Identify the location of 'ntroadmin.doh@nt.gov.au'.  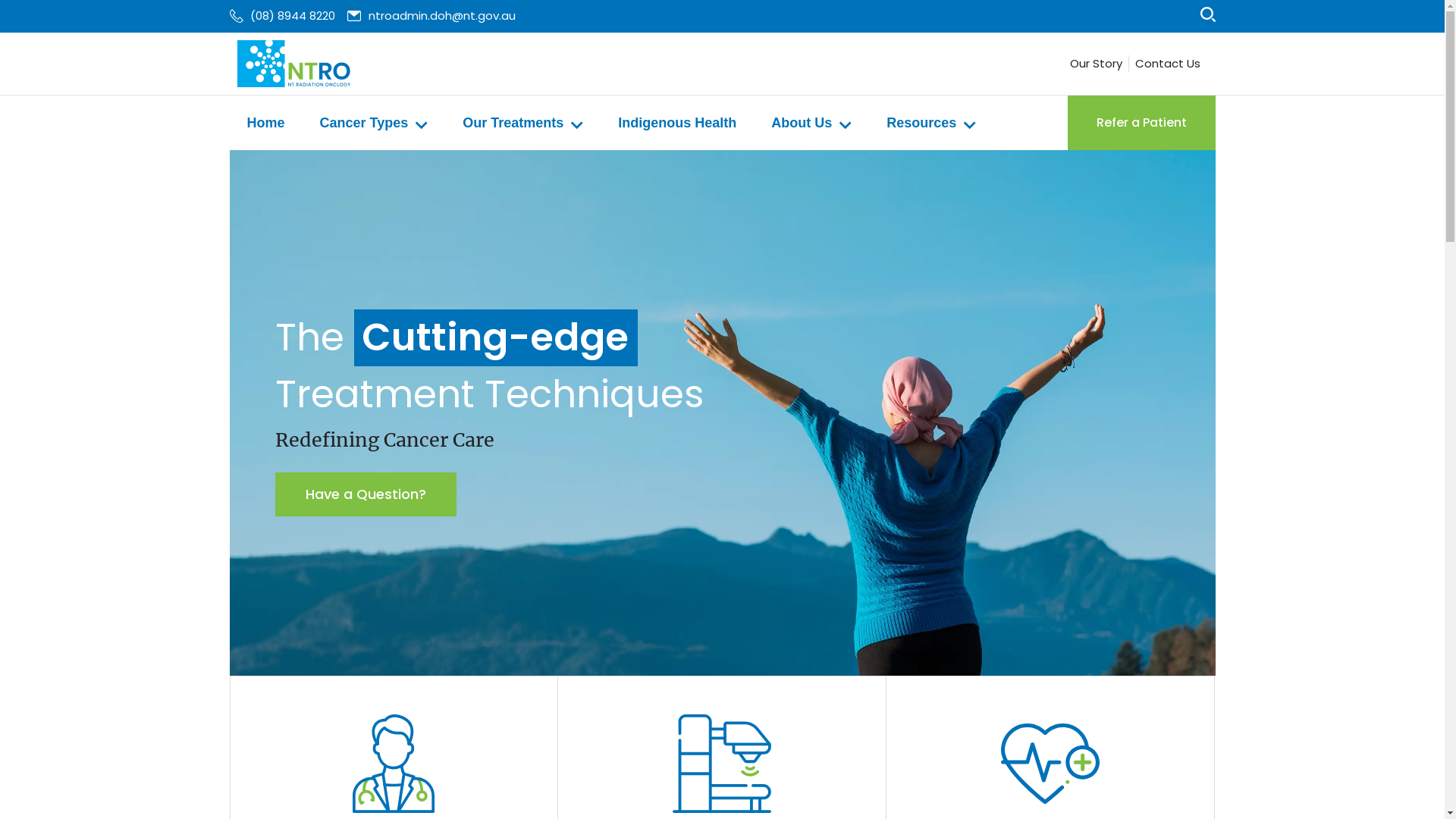
(431, 16).